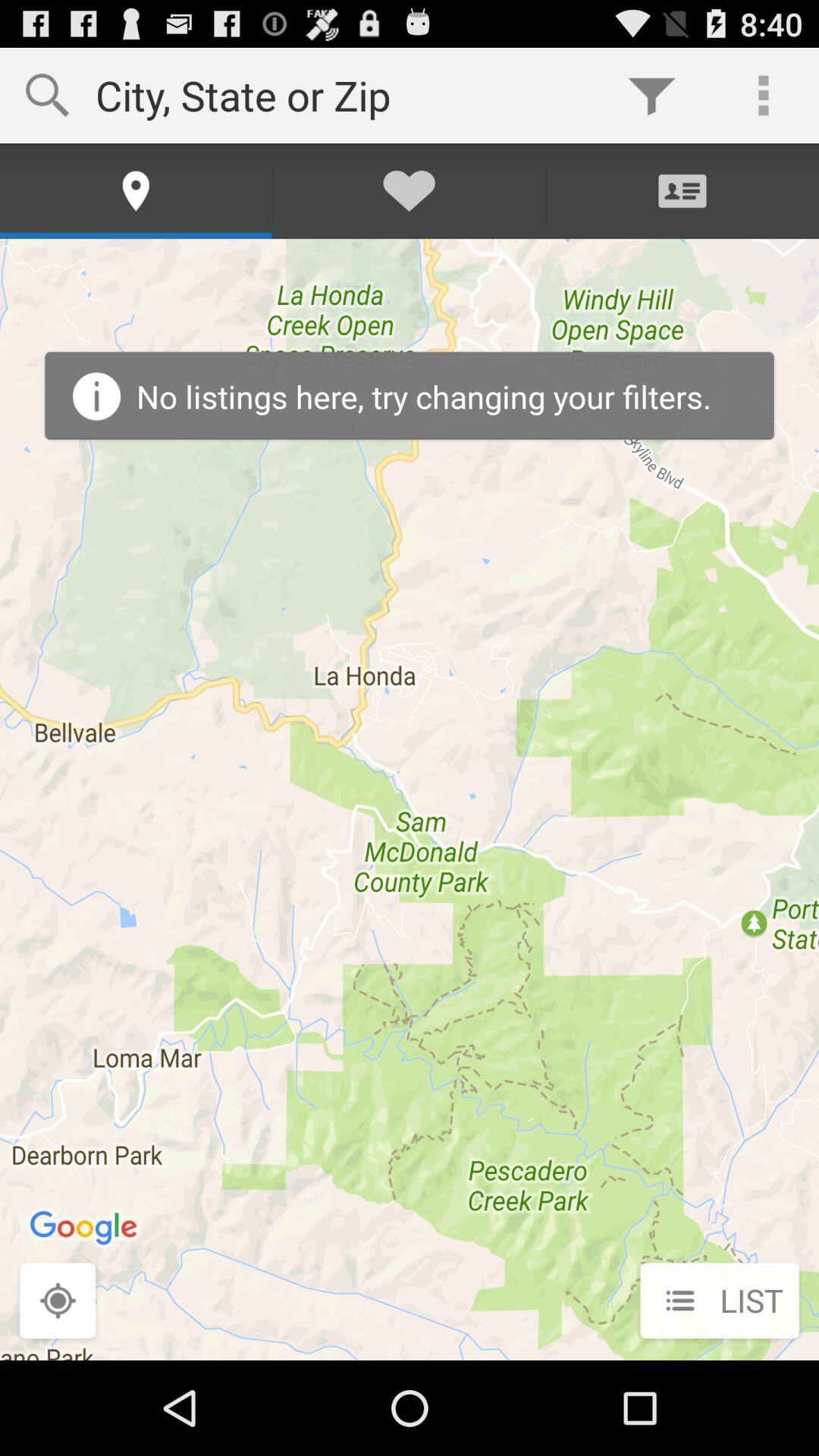 This screenshot has width=819, height=1456. Describe the element at coordinates (719, 1301) in the screenshot. I see `the button at the bottom right corner` at that location.